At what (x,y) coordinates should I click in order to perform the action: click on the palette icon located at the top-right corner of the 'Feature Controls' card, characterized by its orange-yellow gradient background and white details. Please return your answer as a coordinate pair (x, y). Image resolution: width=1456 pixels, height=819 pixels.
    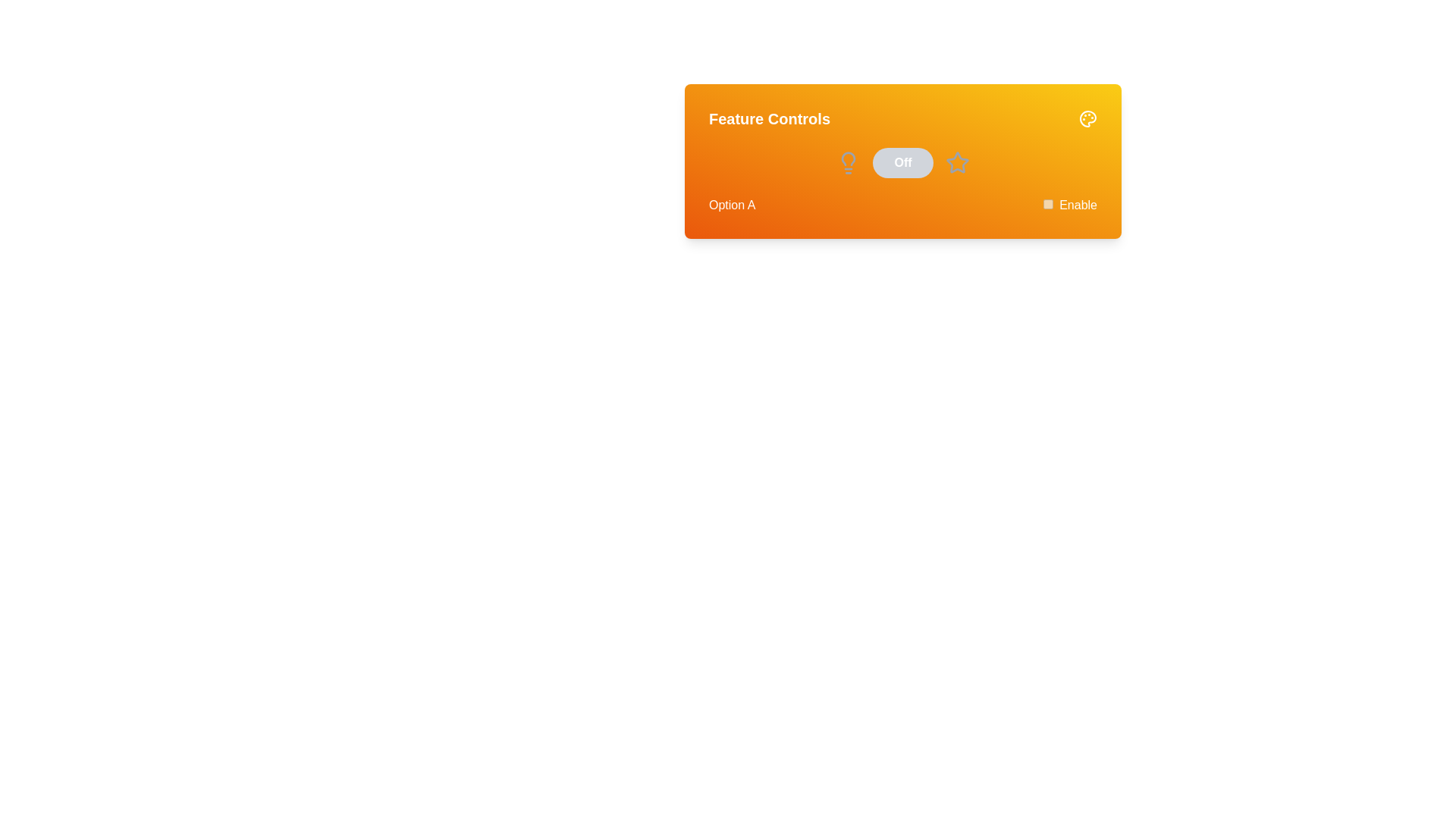
    Looking at the image, I should click on (1087, 118).